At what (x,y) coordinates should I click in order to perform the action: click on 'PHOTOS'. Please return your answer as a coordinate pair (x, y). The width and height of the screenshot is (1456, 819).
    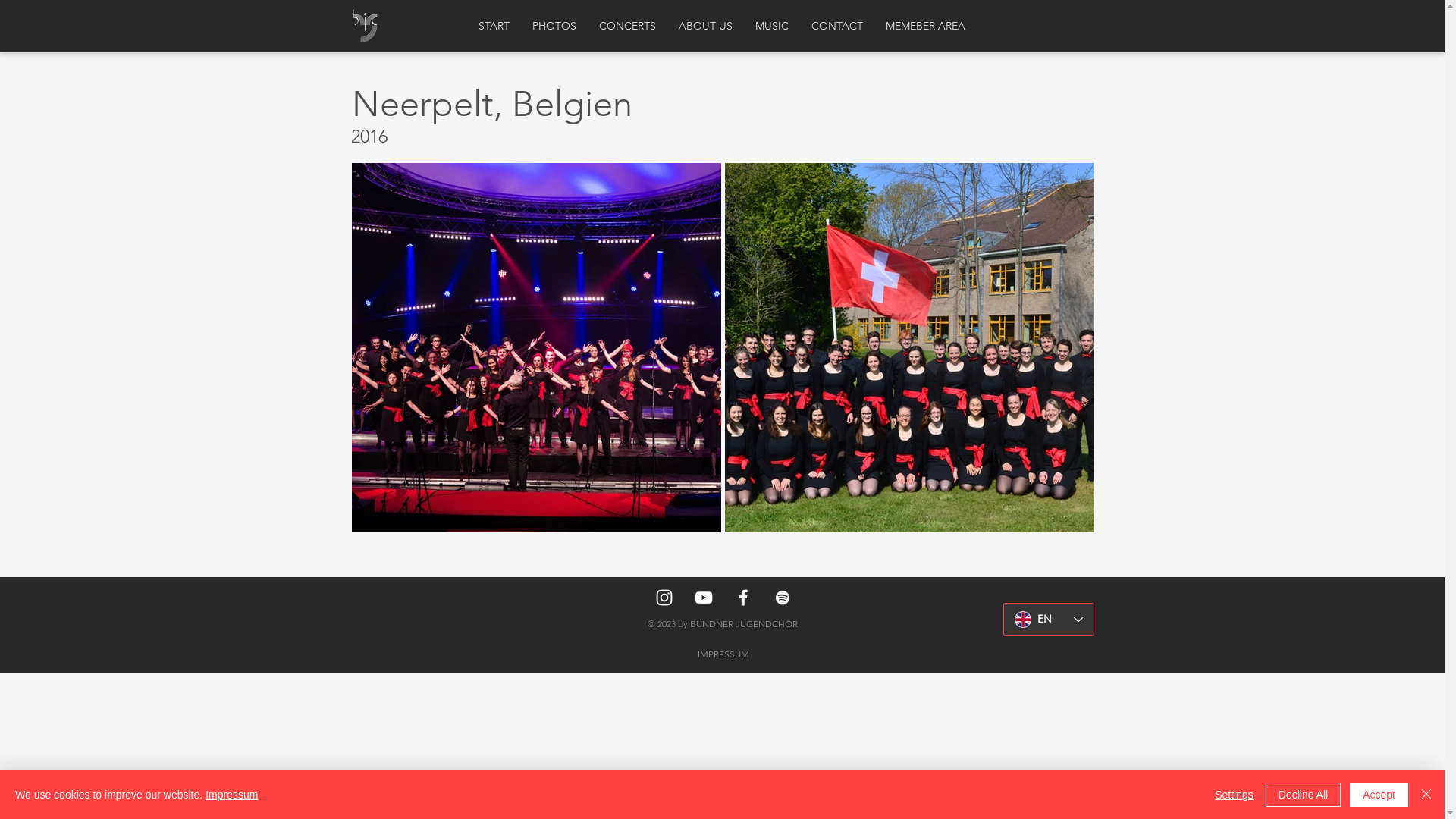
    Looking at the image, I should click on (553, 26).